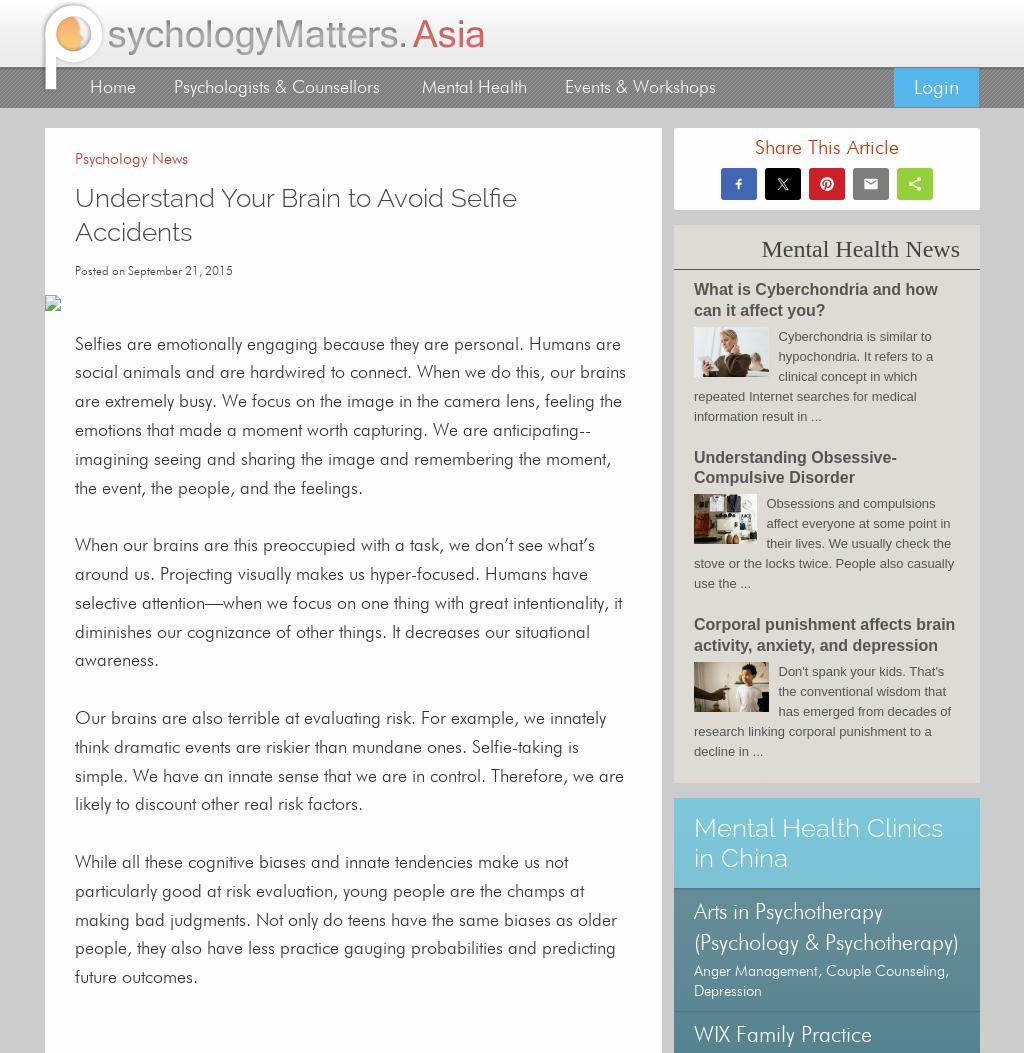 The image size is (1024, 1053). What do you see at coordinates (817, 840) in the screenshot?
I see `'Mental Health Clinics in China'` at bounding box center [817, 840].